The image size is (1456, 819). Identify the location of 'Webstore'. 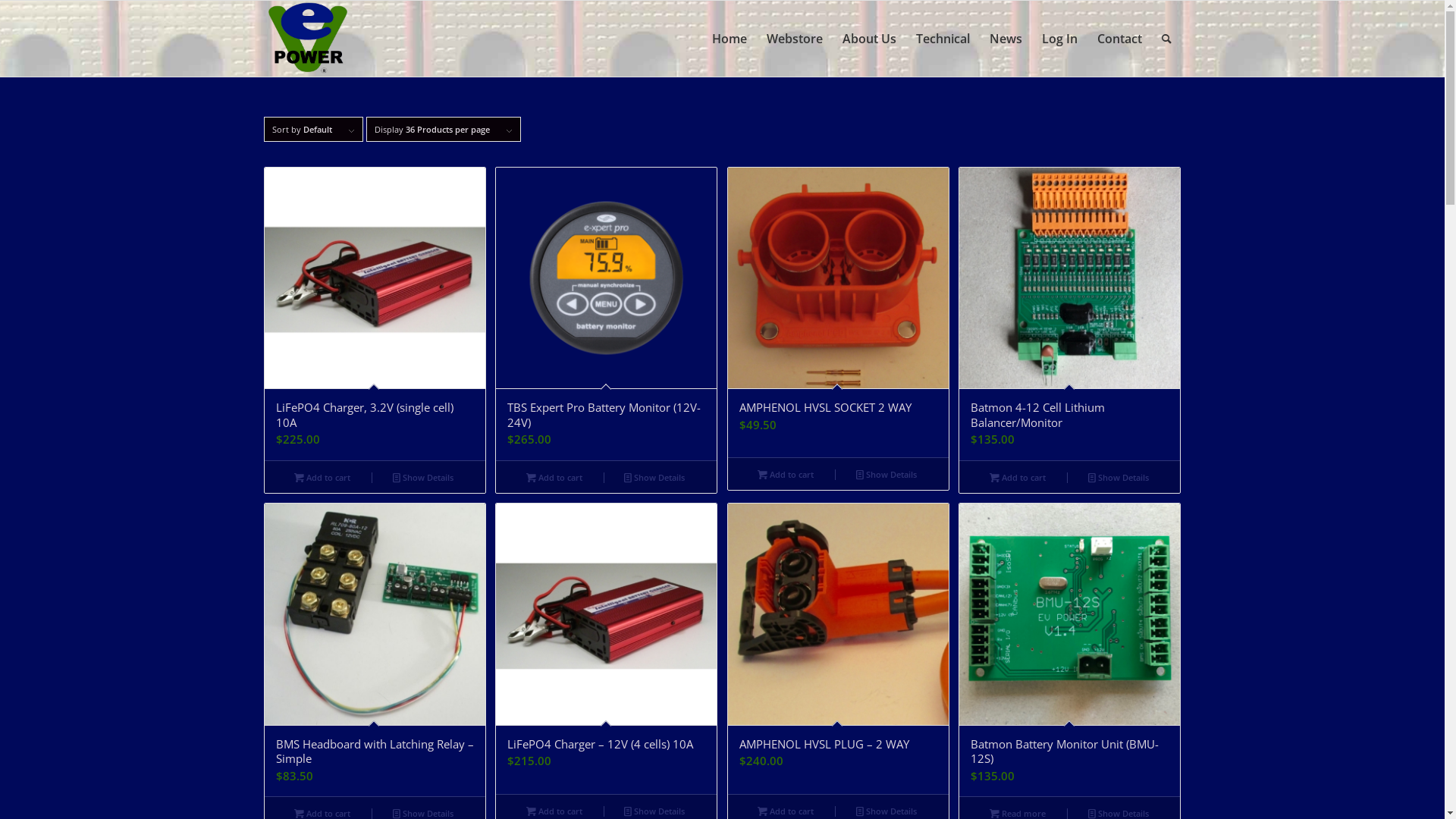
(793, 37).